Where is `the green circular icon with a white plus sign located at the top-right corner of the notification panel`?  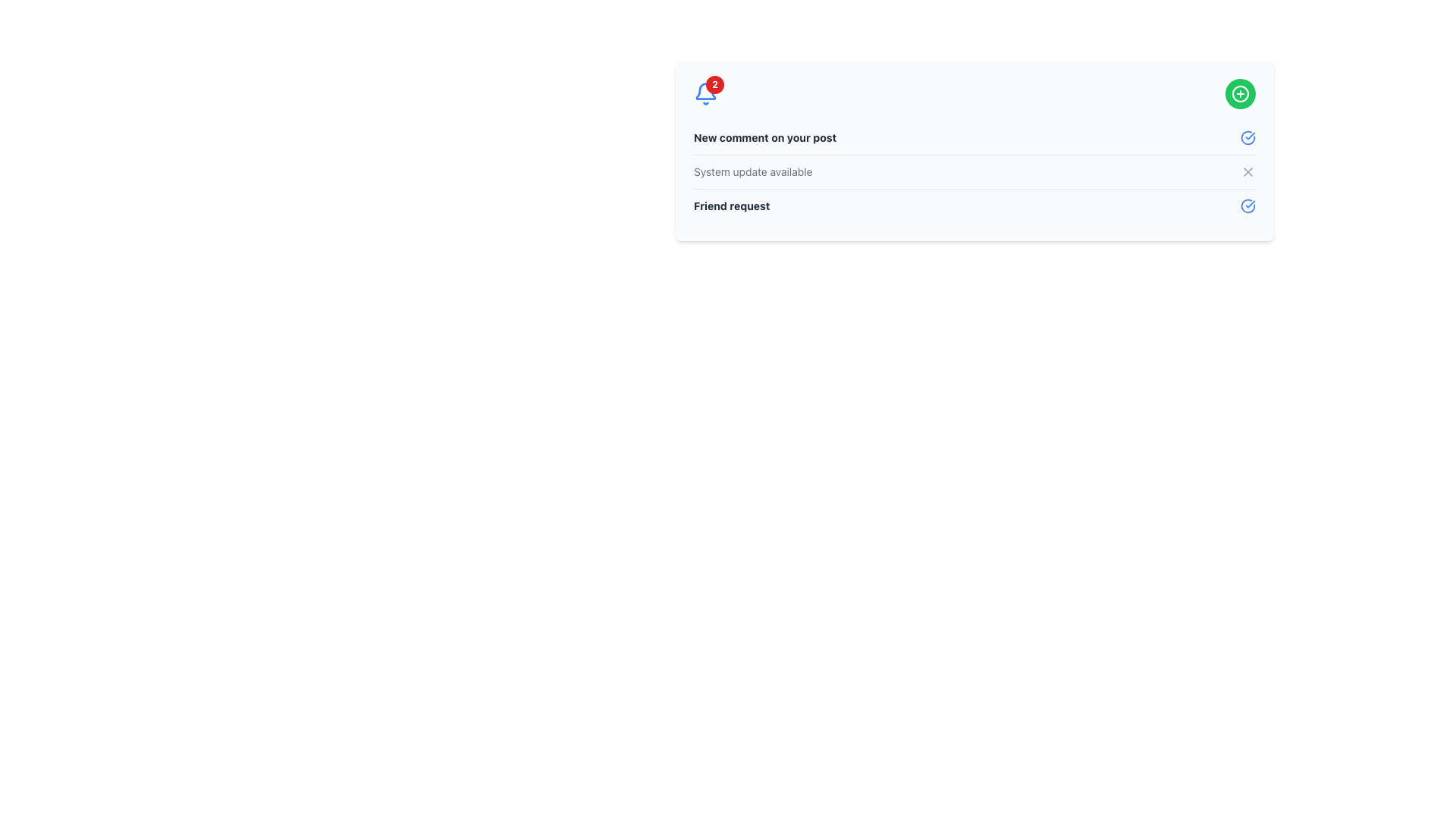
the green circular icon with a white plus sign located at the top-right corner of the notification panel is located at coordinates (1241, 93).